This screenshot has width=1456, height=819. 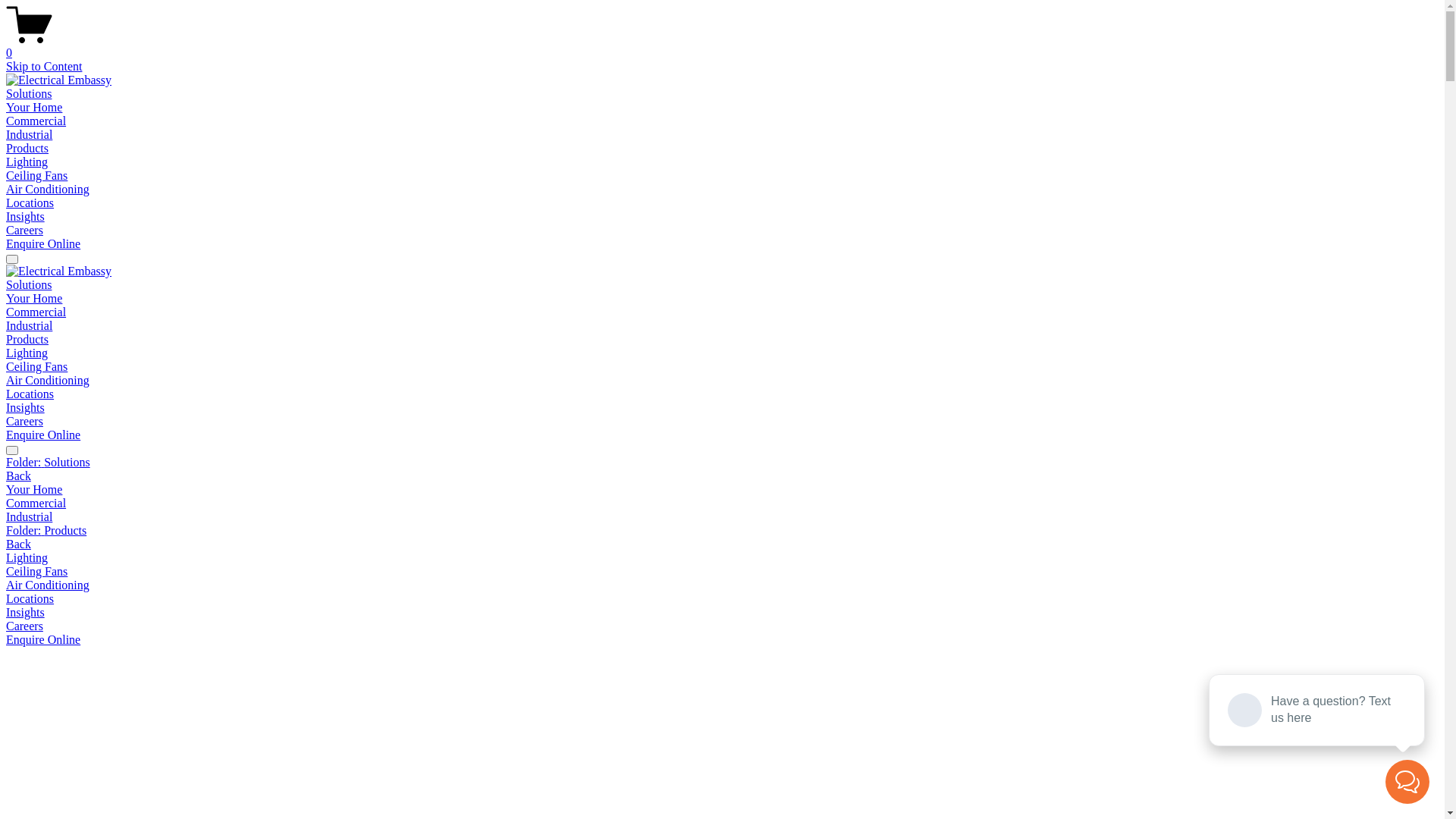 What do you see at coordinates (721, 584) in the screenshot?
I see `'Air Conditioning'` at bounding box center [721, 584].